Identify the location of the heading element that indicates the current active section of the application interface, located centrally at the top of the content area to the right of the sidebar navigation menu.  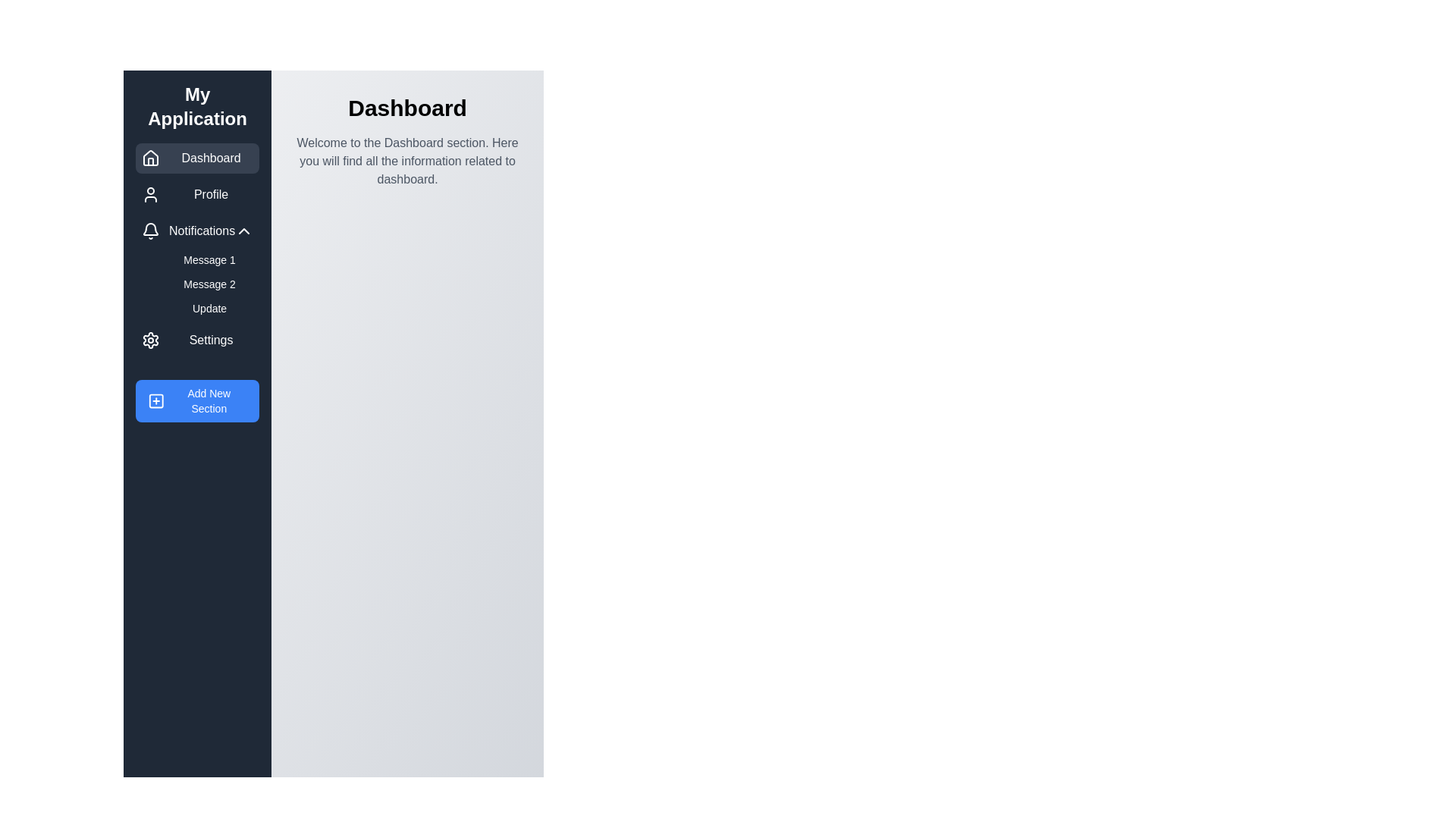
(407, 107).